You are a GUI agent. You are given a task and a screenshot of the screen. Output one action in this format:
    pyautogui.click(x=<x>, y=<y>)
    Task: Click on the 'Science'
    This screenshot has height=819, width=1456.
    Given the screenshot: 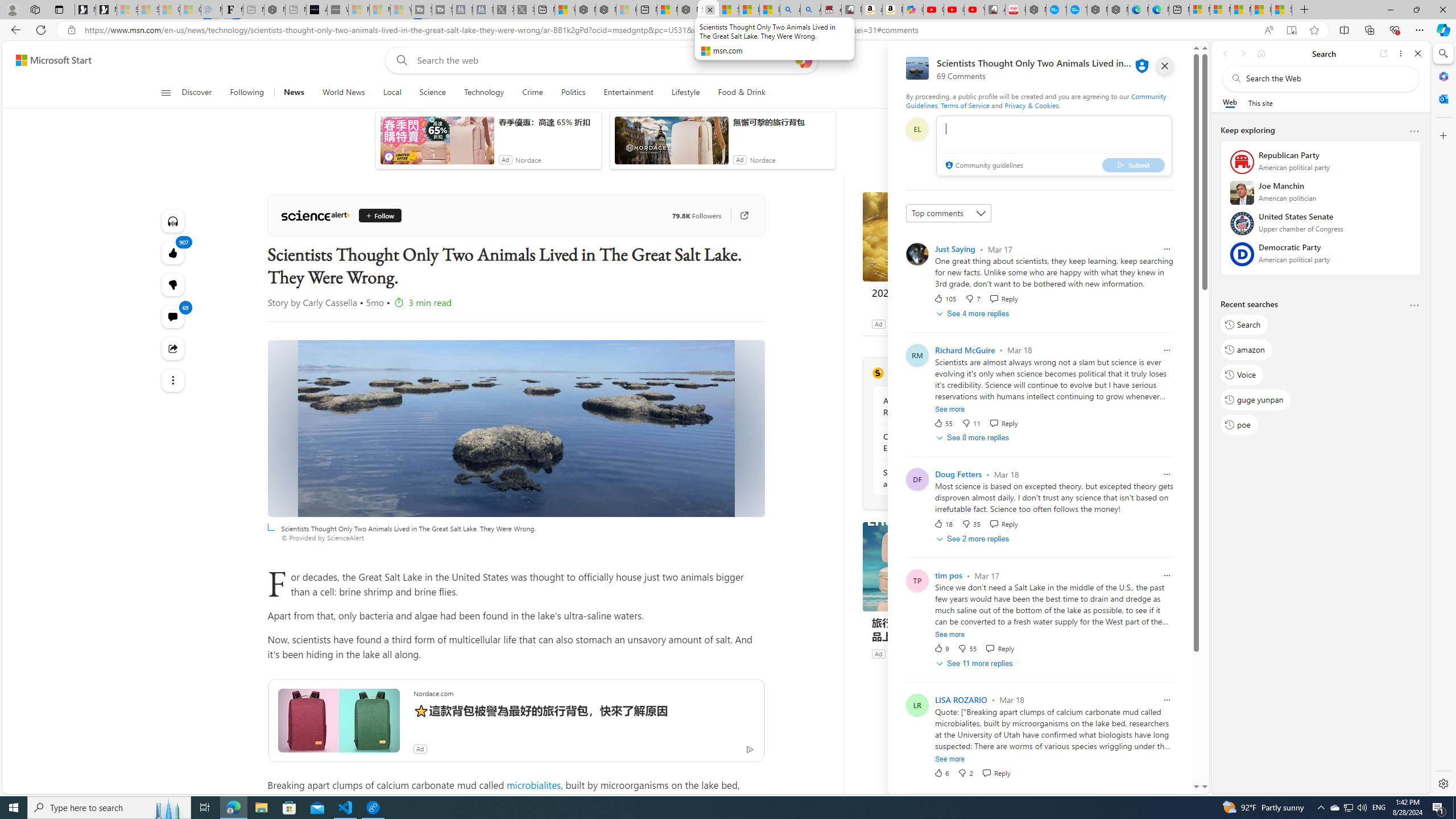 What is the action you would take?
    pyautogui.click(x=432, y=92)
    